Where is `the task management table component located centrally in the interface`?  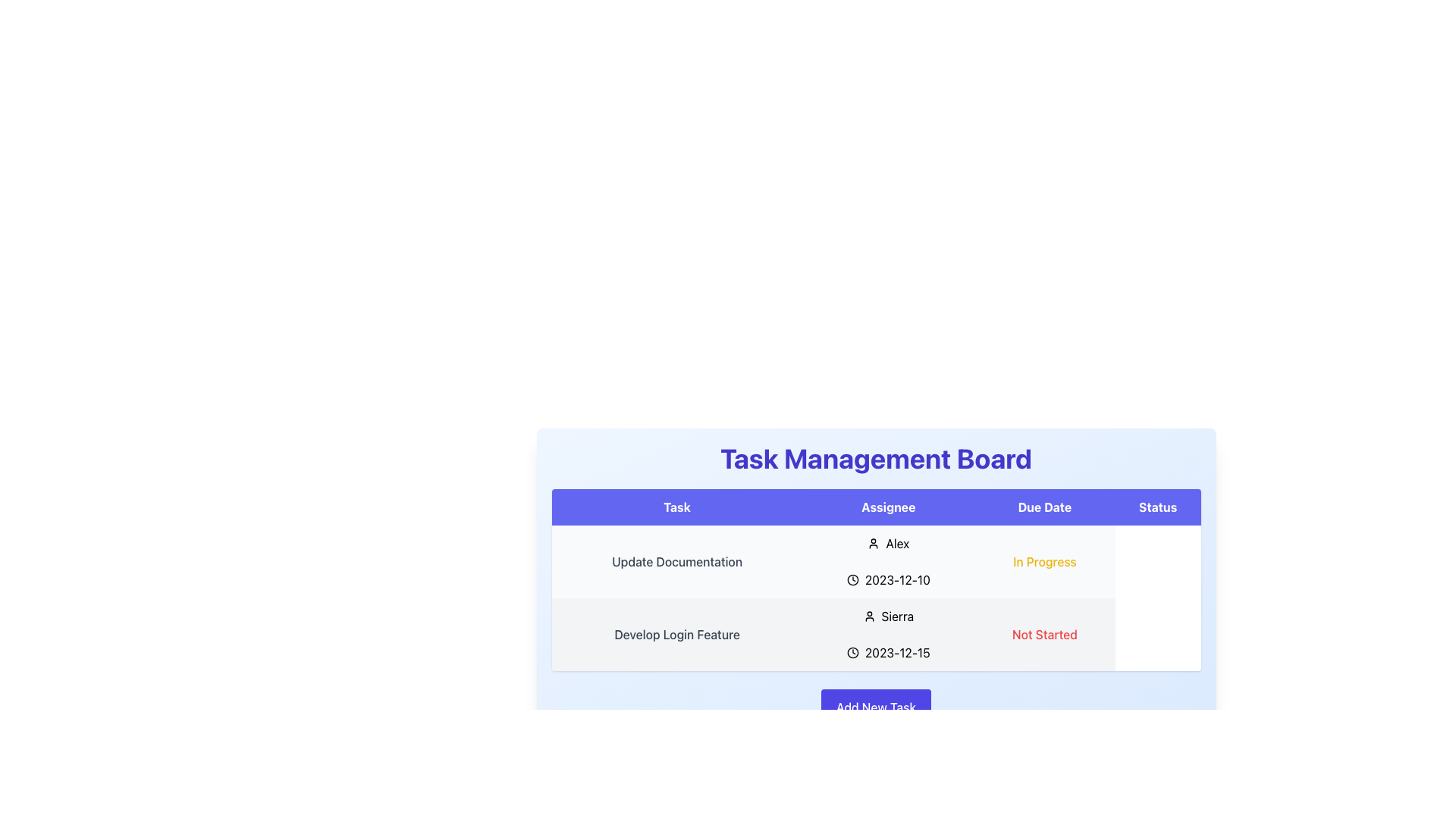 the task management table component located centrally in the interface is located at coordinates (876, 584).